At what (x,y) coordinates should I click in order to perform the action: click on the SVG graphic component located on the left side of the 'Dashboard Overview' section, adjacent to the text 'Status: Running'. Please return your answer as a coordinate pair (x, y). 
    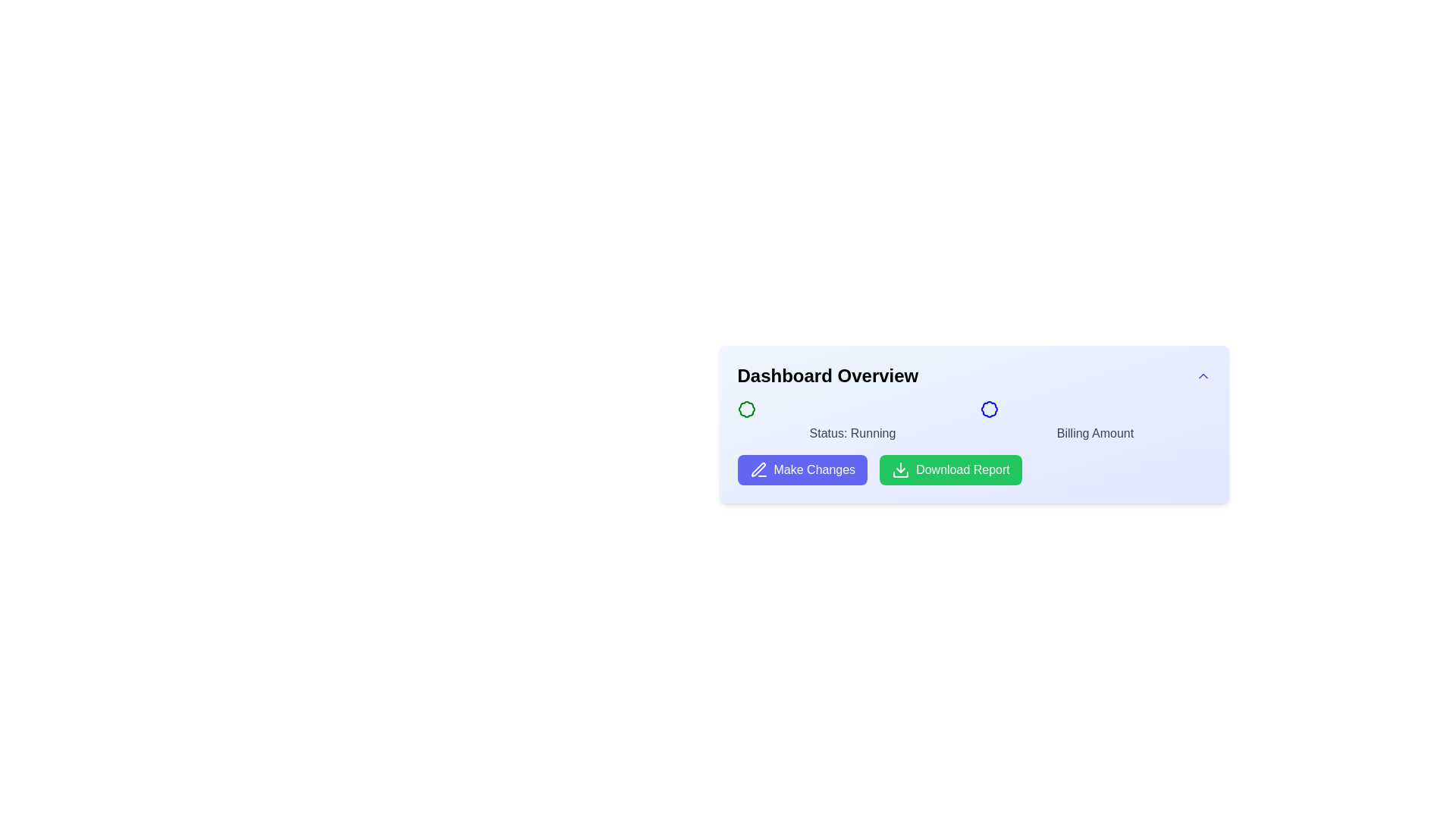
    Looking at the image, I should click on (746, 409).